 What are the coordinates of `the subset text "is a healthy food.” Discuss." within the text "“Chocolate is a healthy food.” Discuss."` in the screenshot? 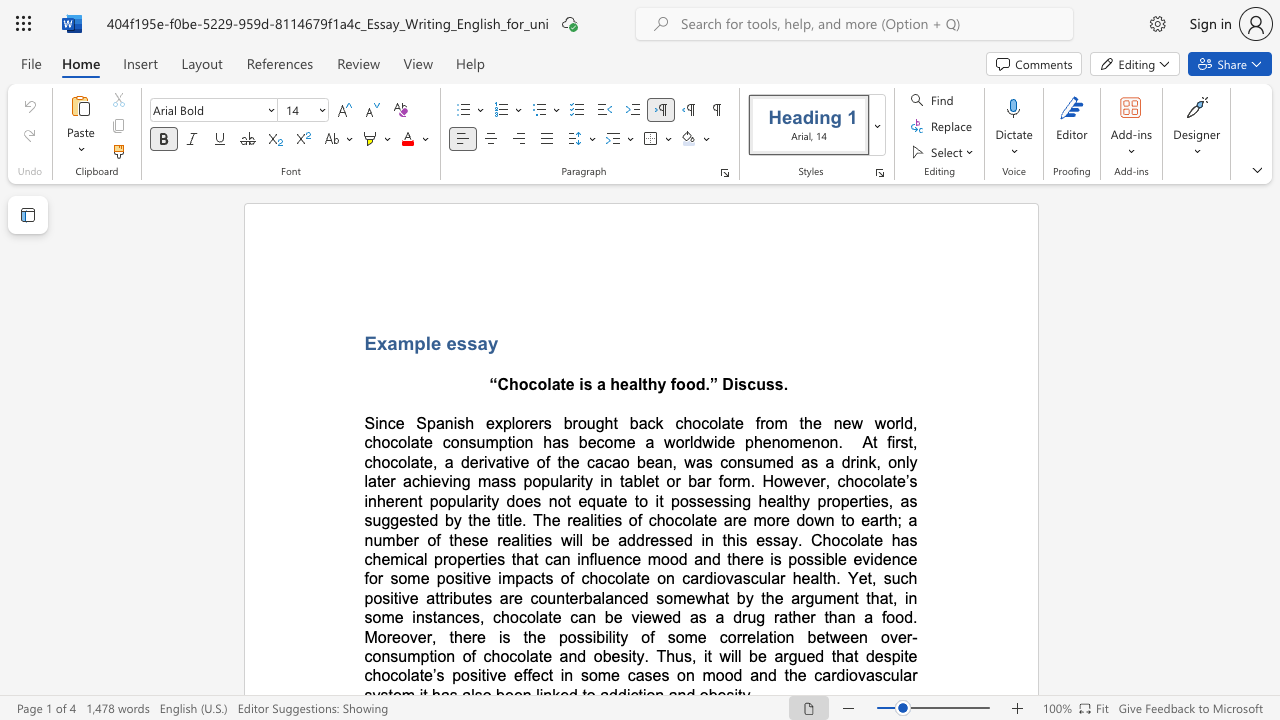 It's located at (578, 384).